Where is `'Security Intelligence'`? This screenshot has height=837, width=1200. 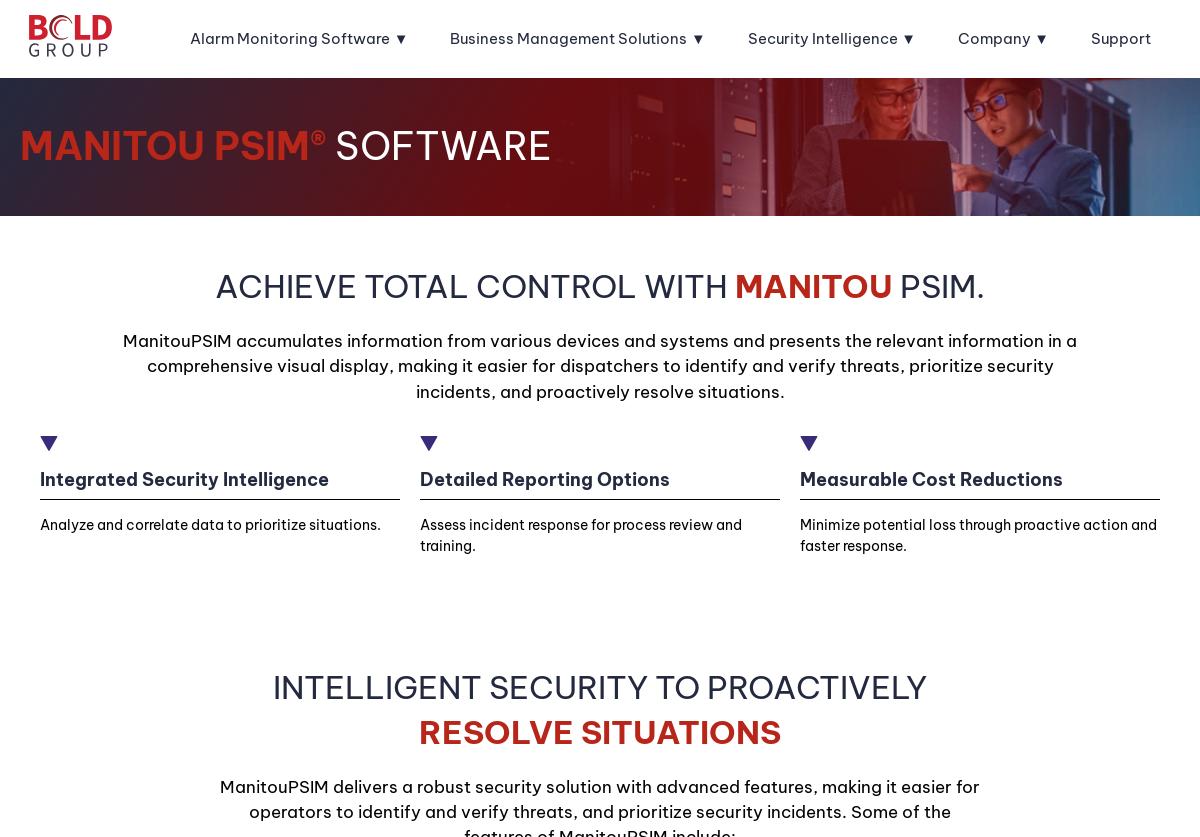
'Security Intelligence' is located at coordinates (821, 38).